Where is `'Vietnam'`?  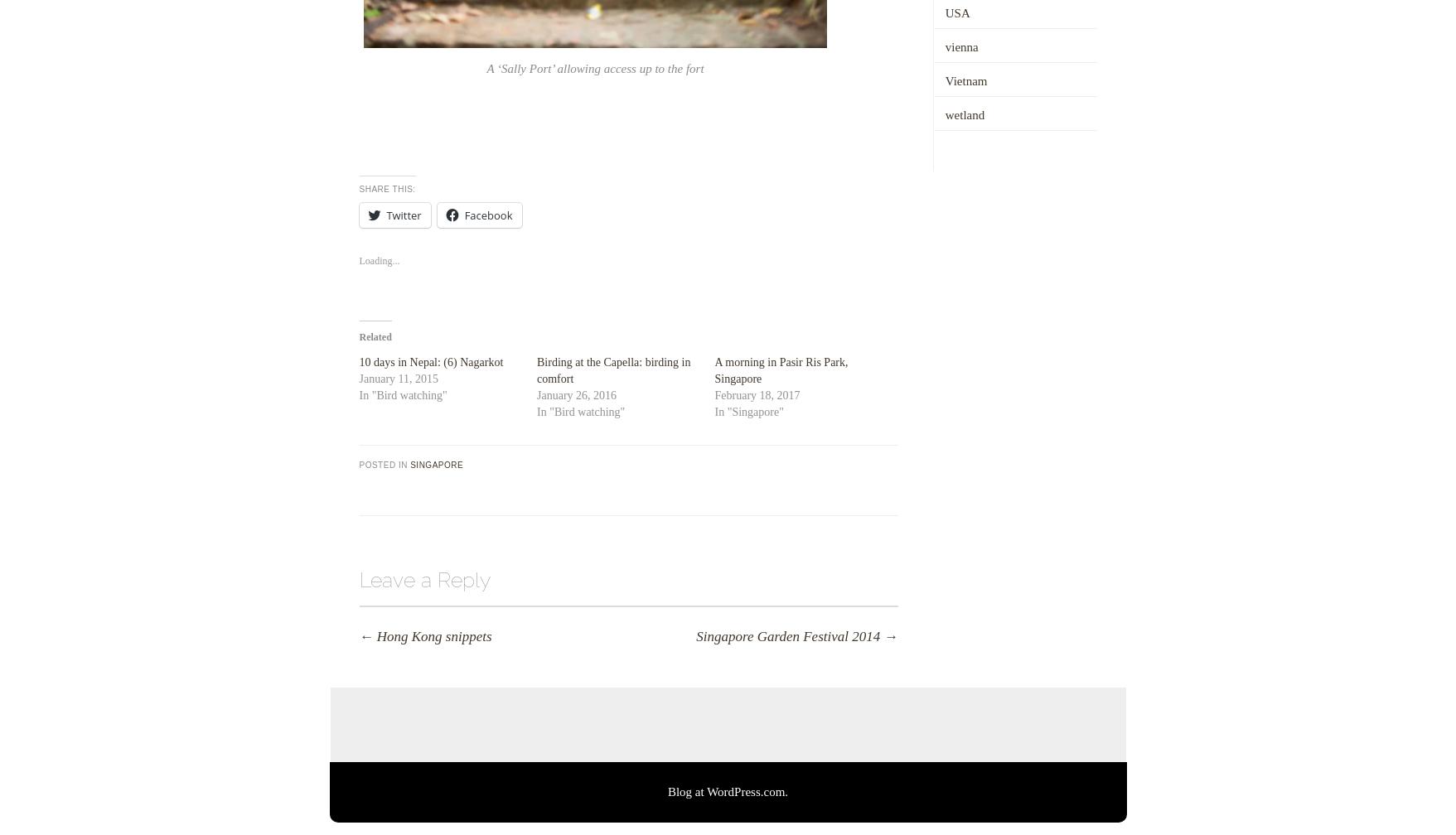 'Vietnam' is located at coordinates (965, 80).